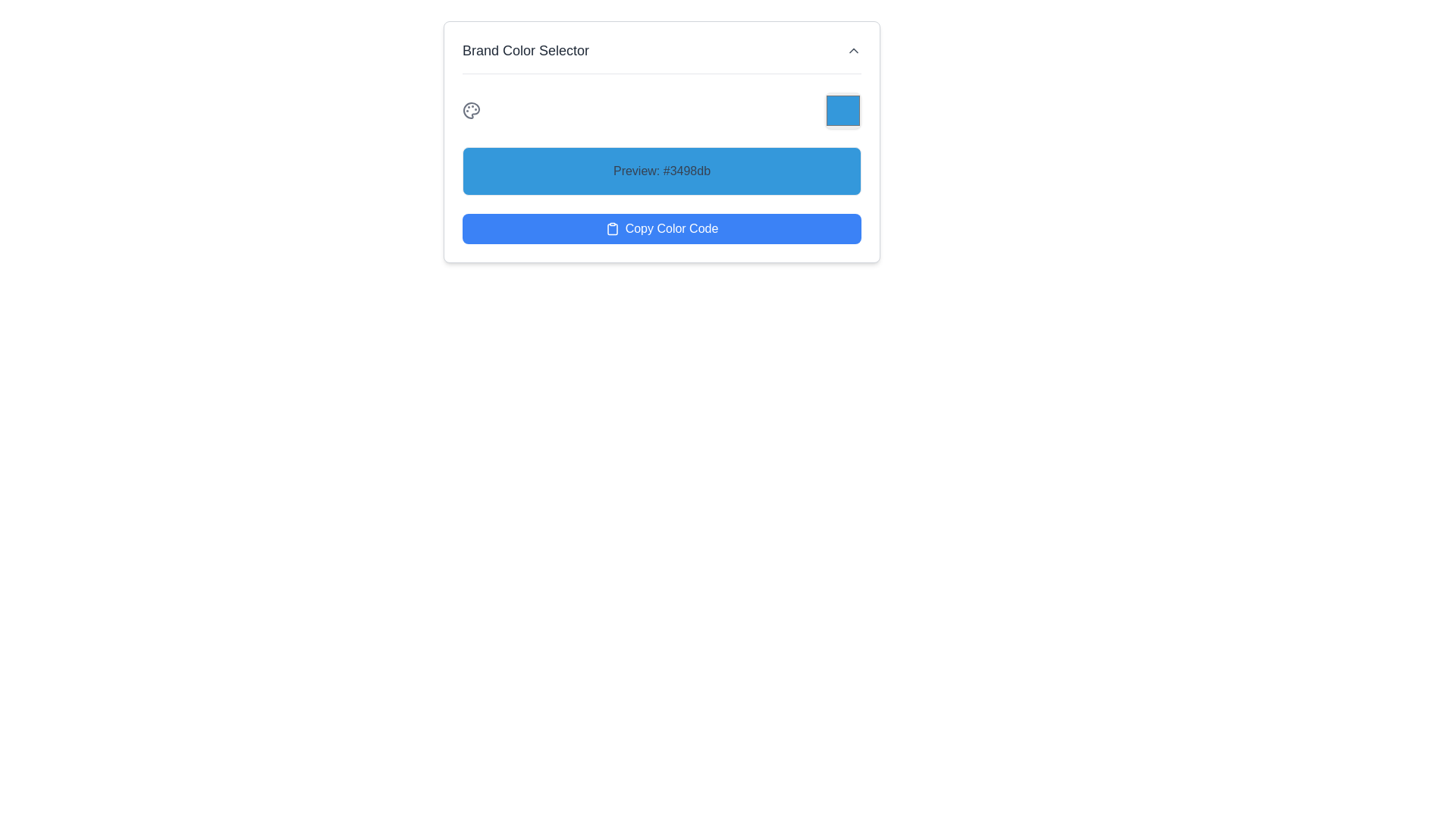  What do you see at coordinates (843, 110) in the screenshot?
I see `the square button with rounded corners and solid blue color (#3498db)` at bounding box center [843, 110].